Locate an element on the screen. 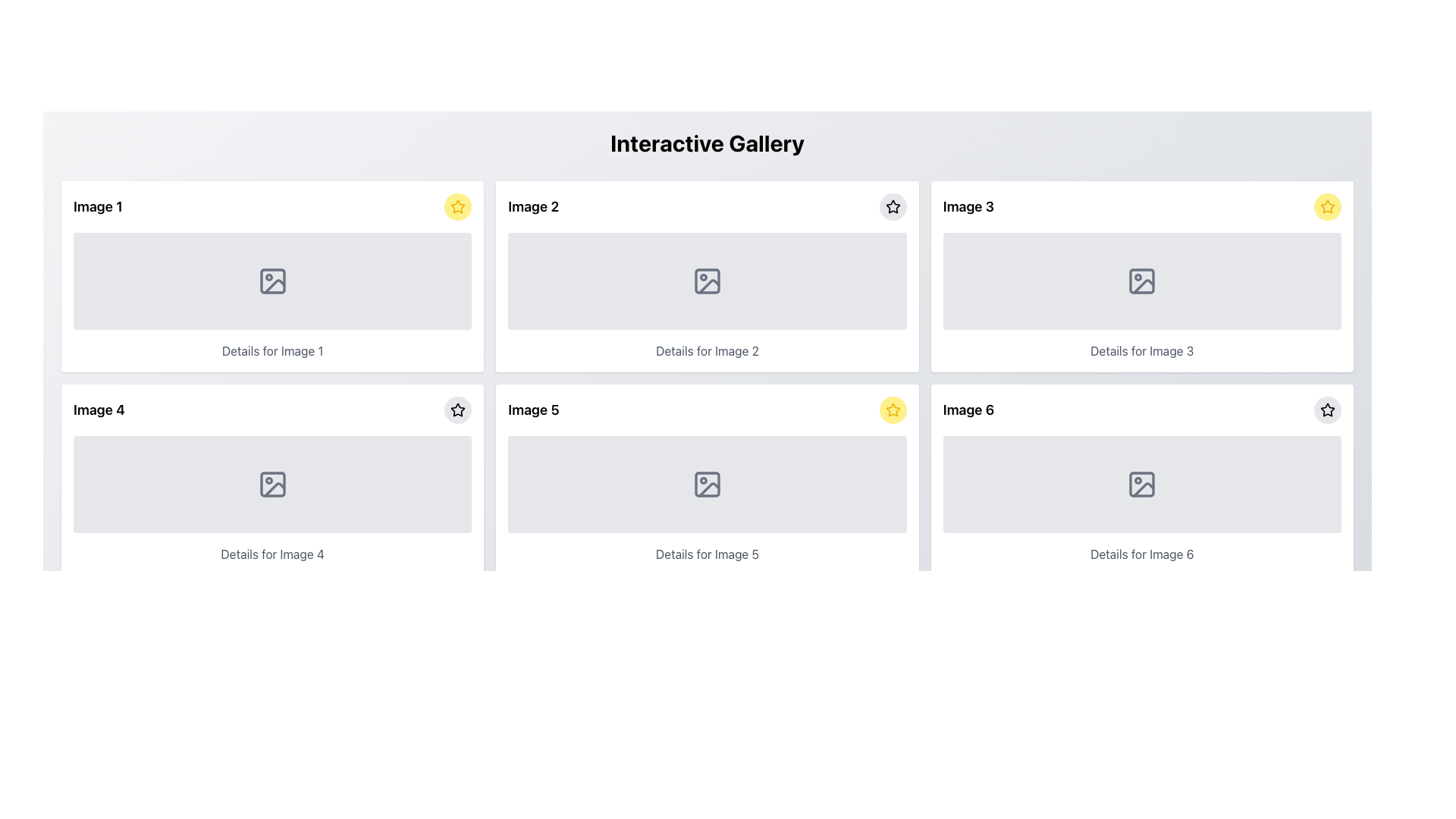  the background rectangle element within the framed image icon for 'Image 5', located in the lower row of the gallery is located at coordinates (706, 485).